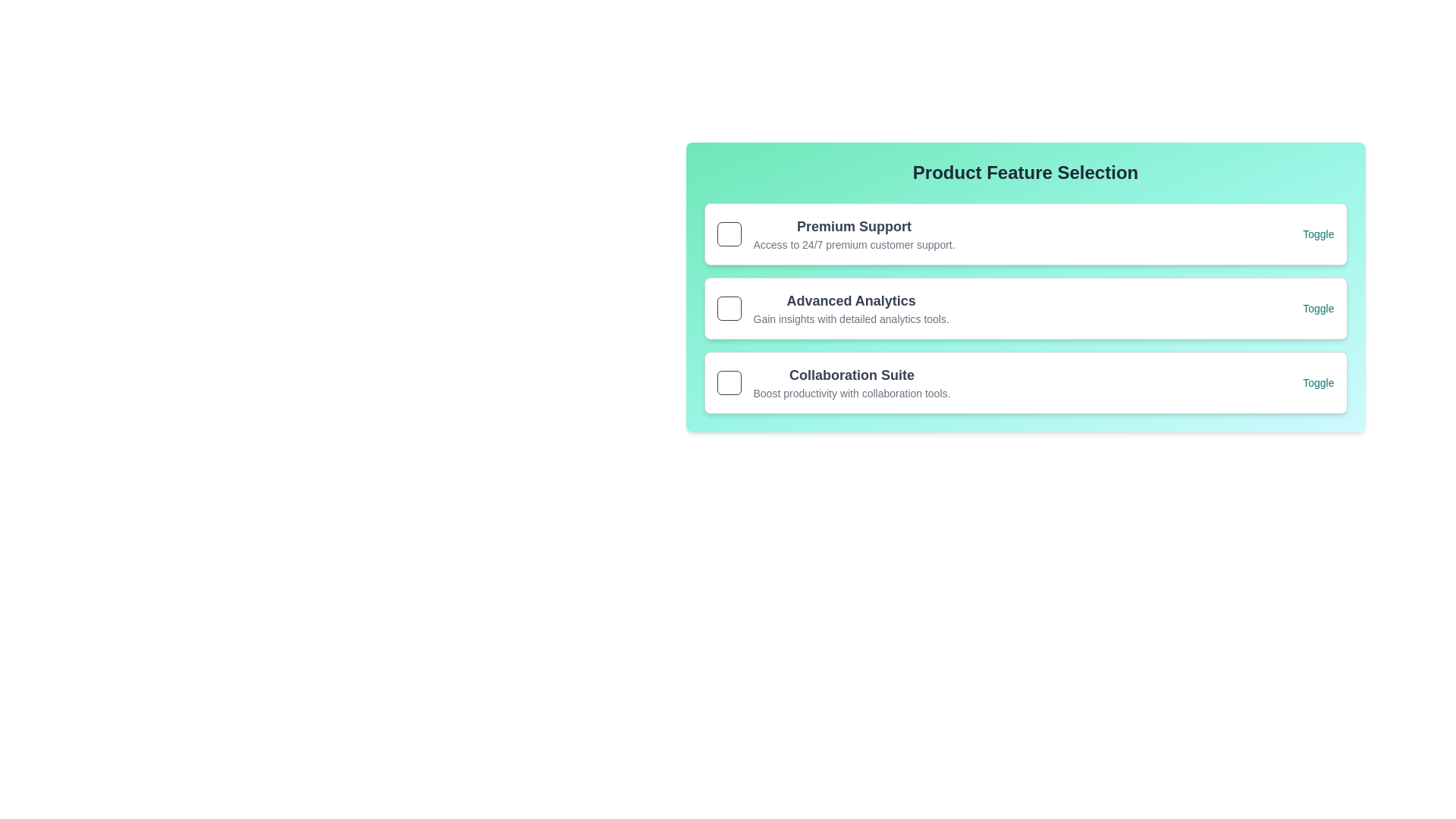  Describe the element at coordinates (852, 393) in the screenshot. I see `the text label displaying 'Boost productivity with collaboration tools.' positioned below the 'Collaboration Suite' heading` at that location.